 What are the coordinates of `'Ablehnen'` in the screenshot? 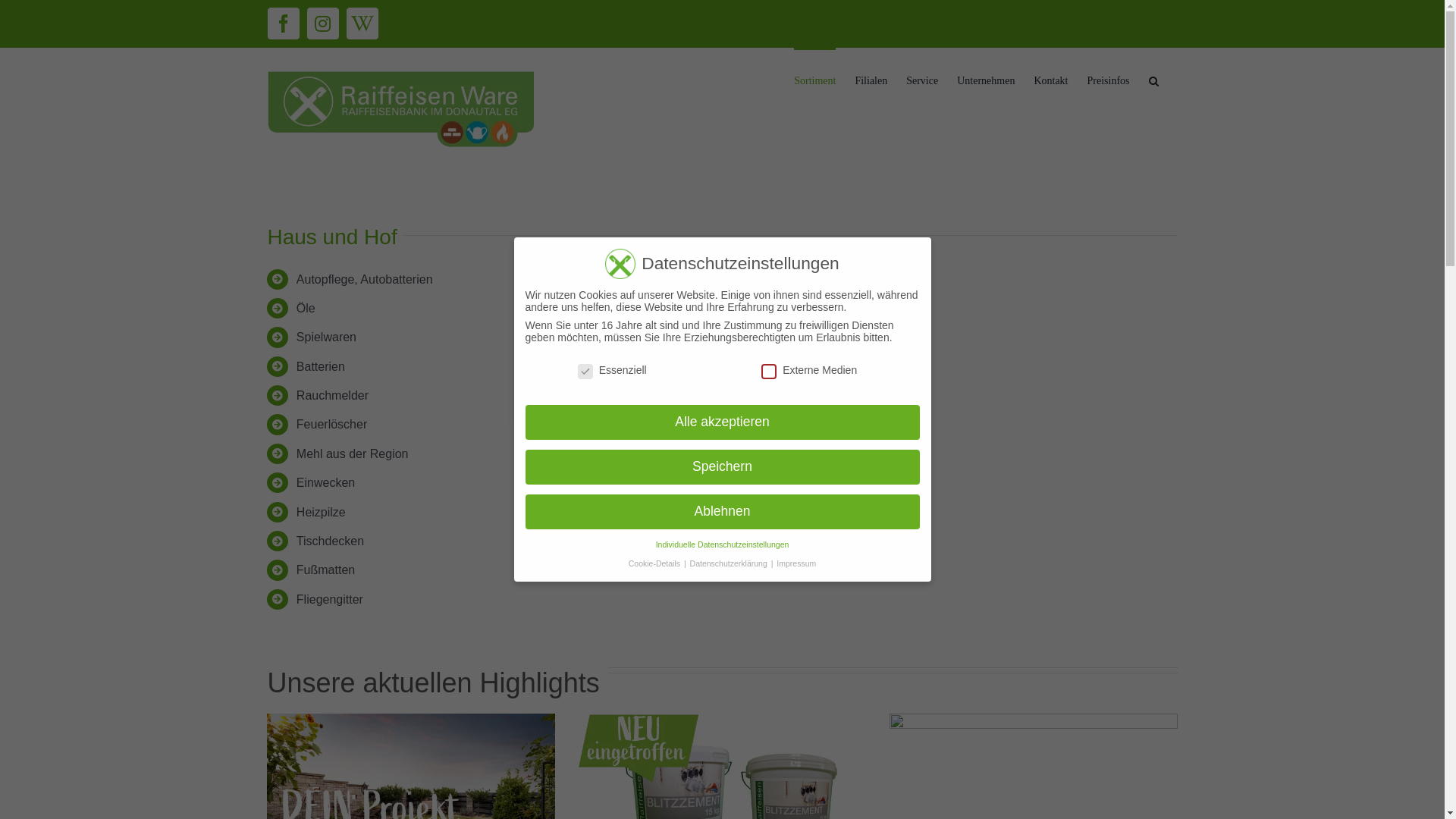 It's located at (720, 512).